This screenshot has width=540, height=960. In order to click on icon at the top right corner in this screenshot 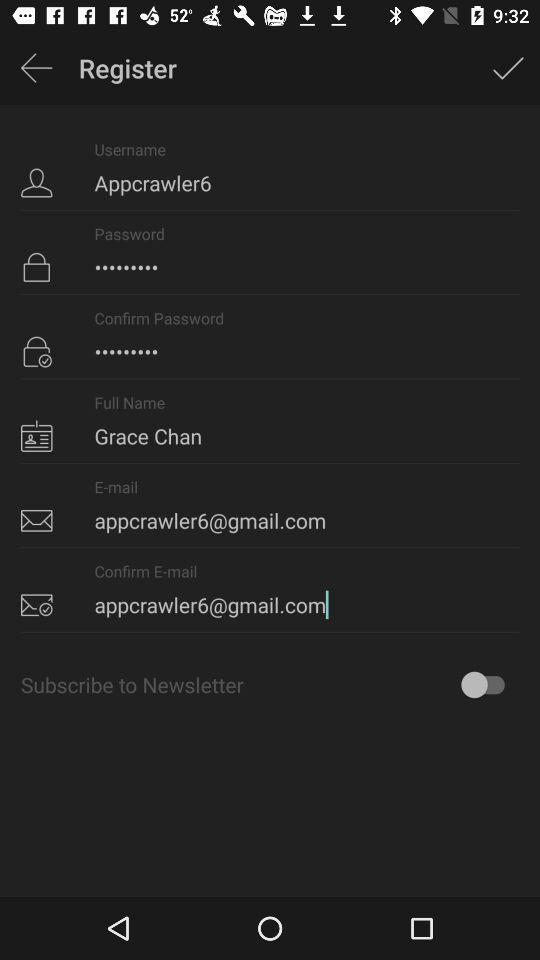, I will do `click(508, 68)`.